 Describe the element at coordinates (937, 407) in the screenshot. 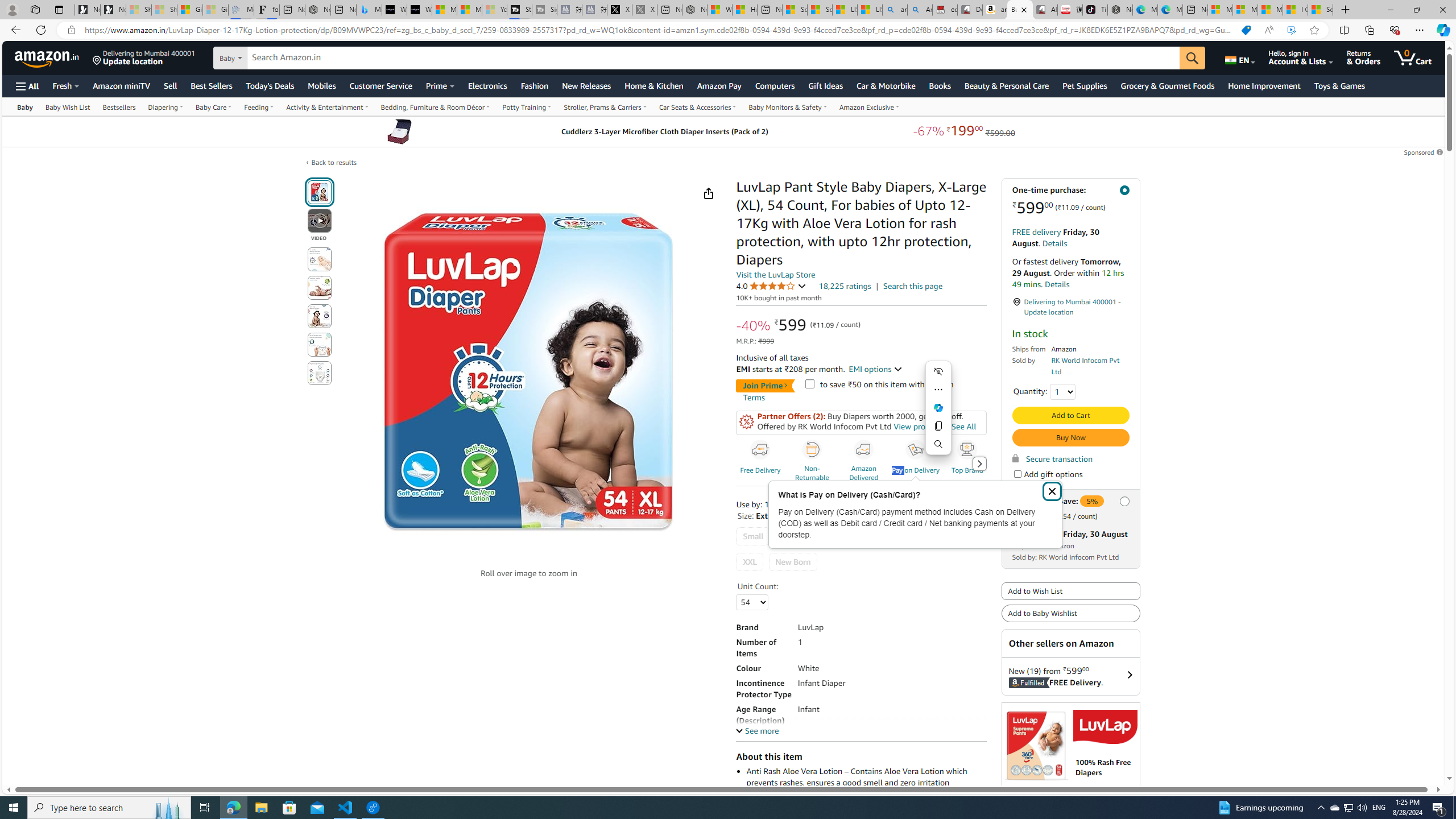

I see `'Ask Copilot'` at that location.